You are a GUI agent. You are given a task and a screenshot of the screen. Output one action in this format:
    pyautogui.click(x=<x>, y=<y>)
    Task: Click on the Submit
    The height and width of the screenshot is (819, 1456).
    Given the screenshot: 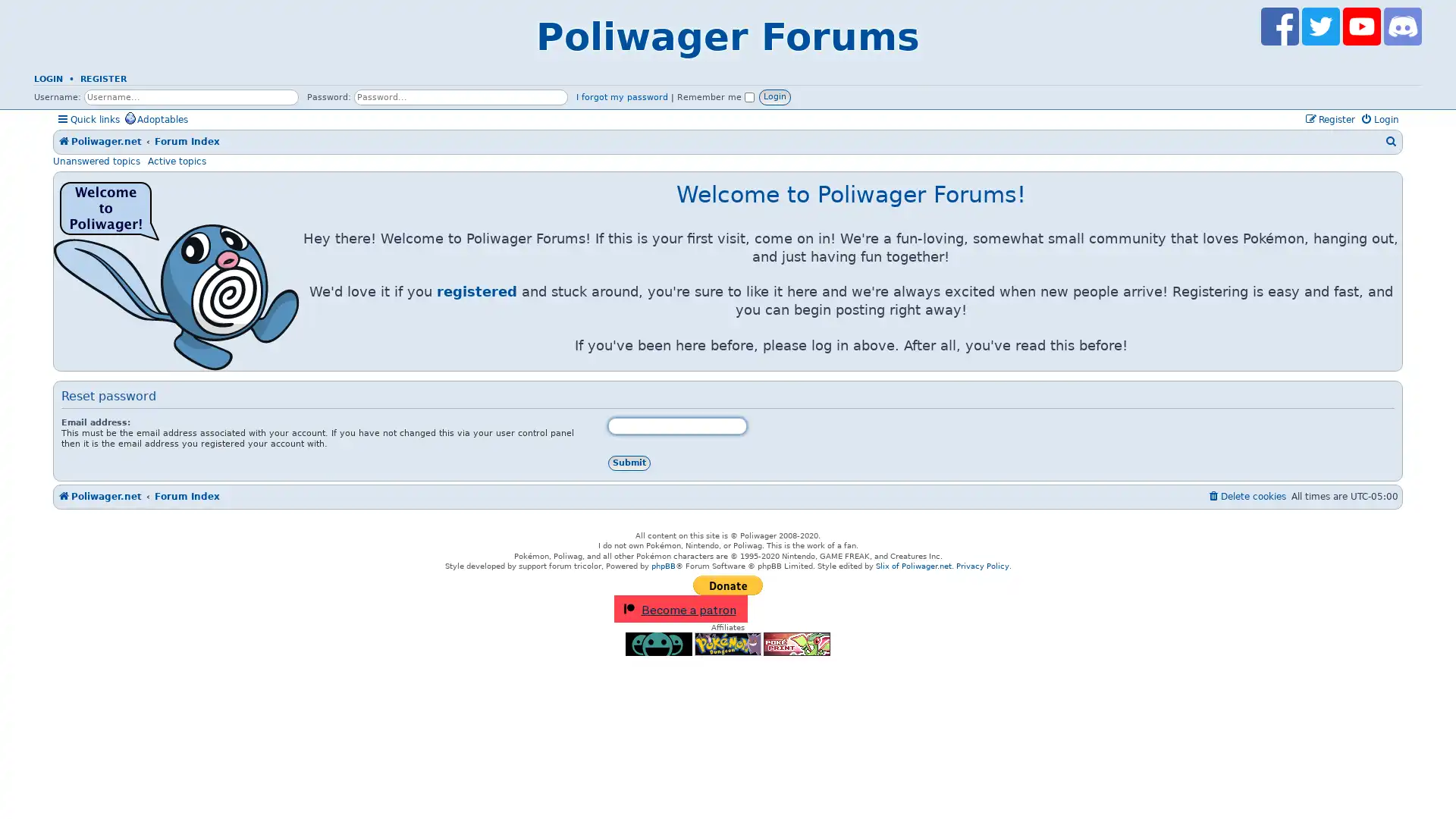 What is the action you would take?
    pyautogui.click(x=629, y=462)
    